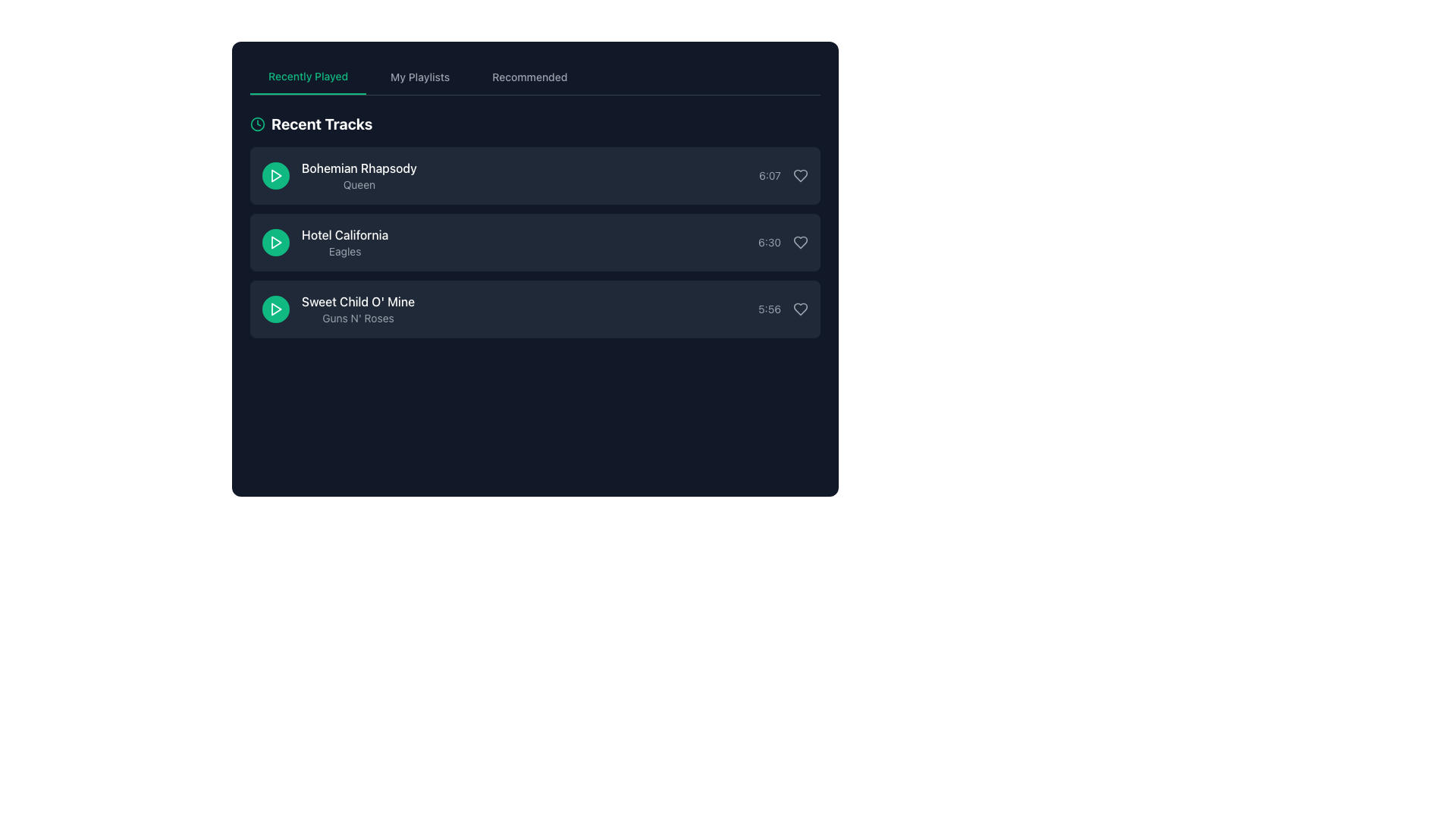 The image size is (1456, 819). Describe the element at coordinates (770, 174) in the screenshot. I see `displayed text from the text label located in the top row of the track list, aligned to the right and near a heart-shaped icon` at that location.